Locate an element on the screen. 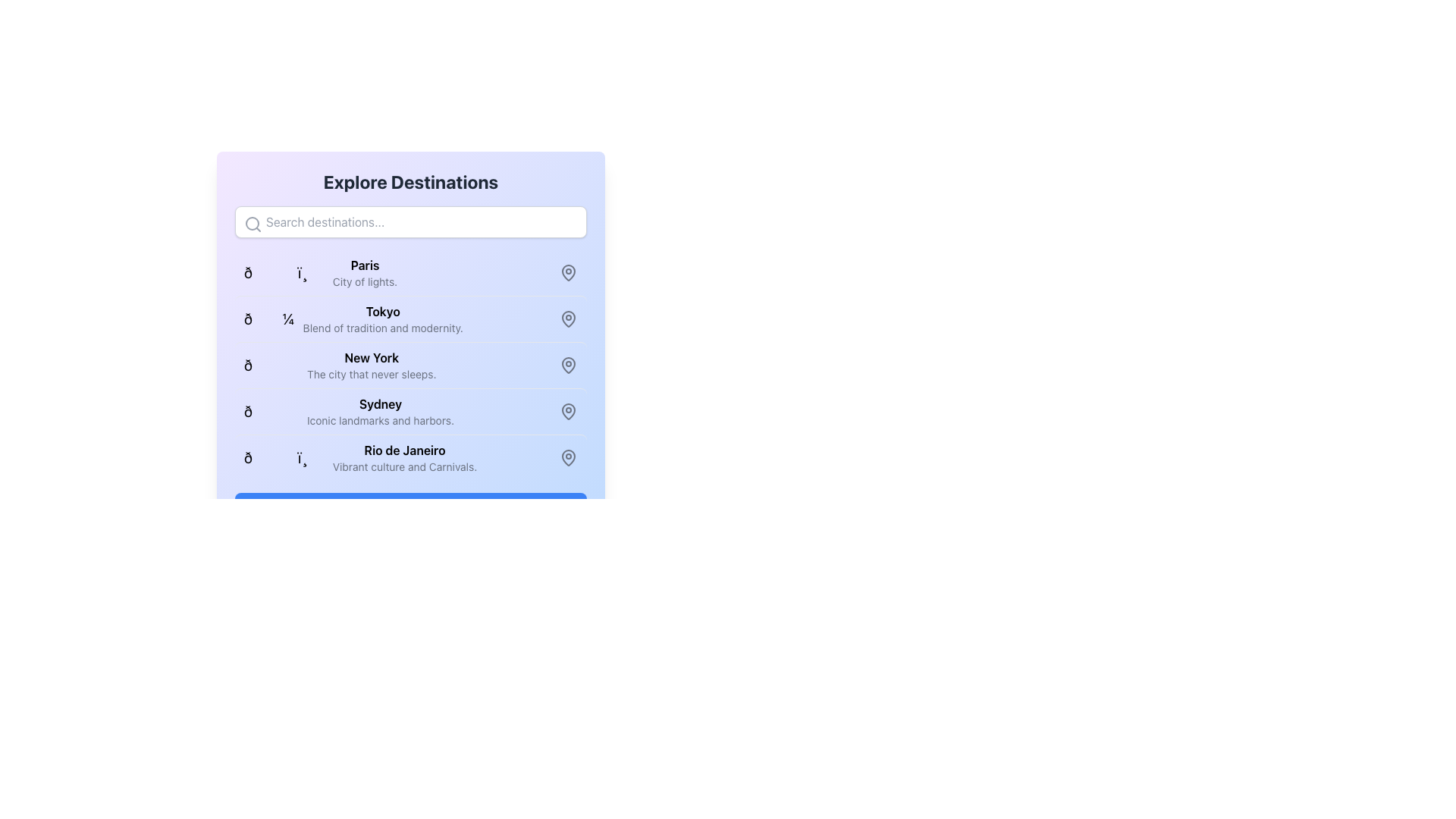 This screenshot has height=819, width=1456. text label displaying 'City of lights.' which is located directly below the title 'Paris' in muted gray color is located at coordinates (365, 281).